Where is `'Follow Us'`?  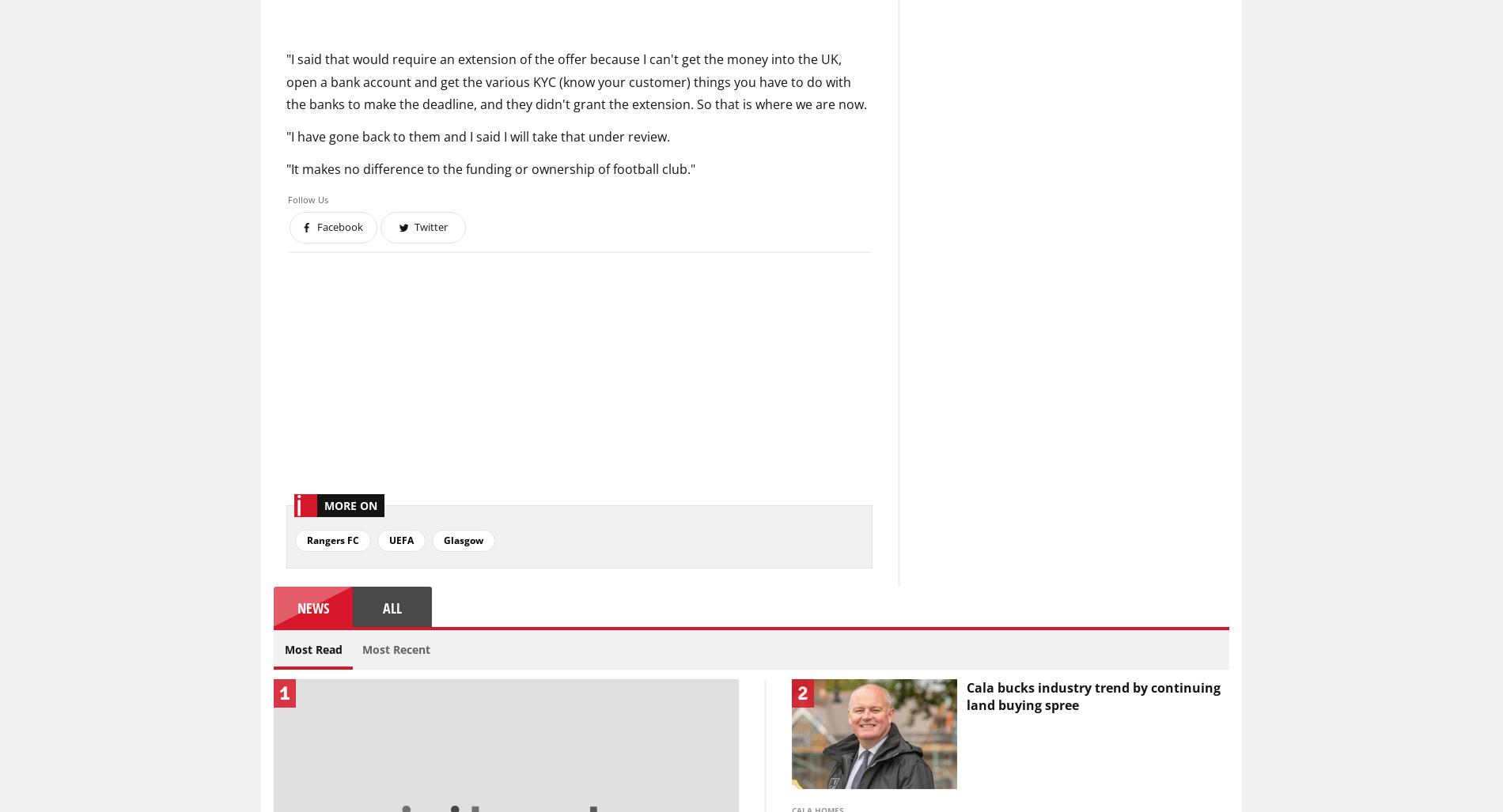
'Follow Us' is located at coordinates (307, 198).